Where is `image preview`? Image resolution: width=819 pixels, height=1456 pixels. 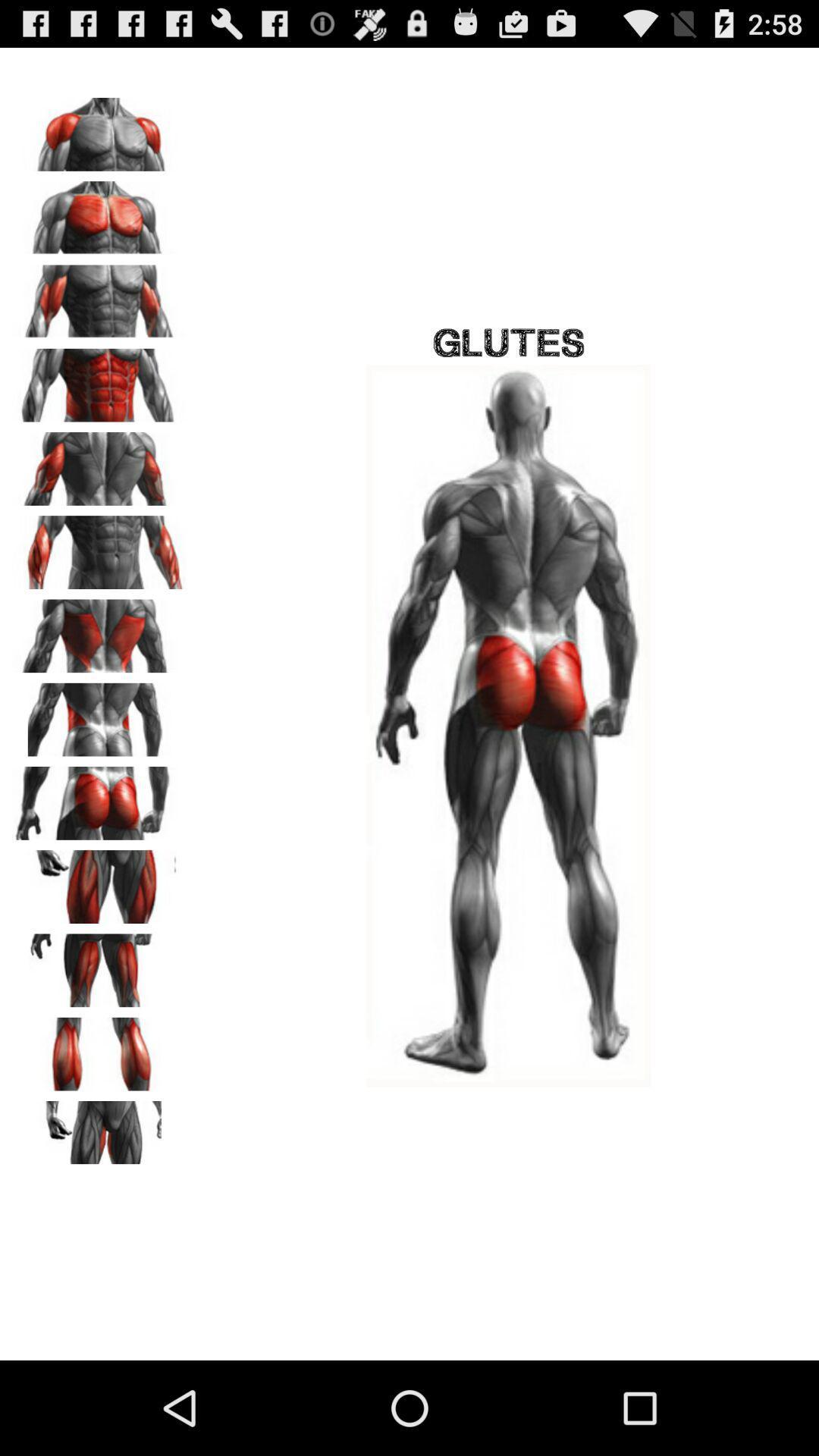 image preview is located at coordinates (99, 1132).